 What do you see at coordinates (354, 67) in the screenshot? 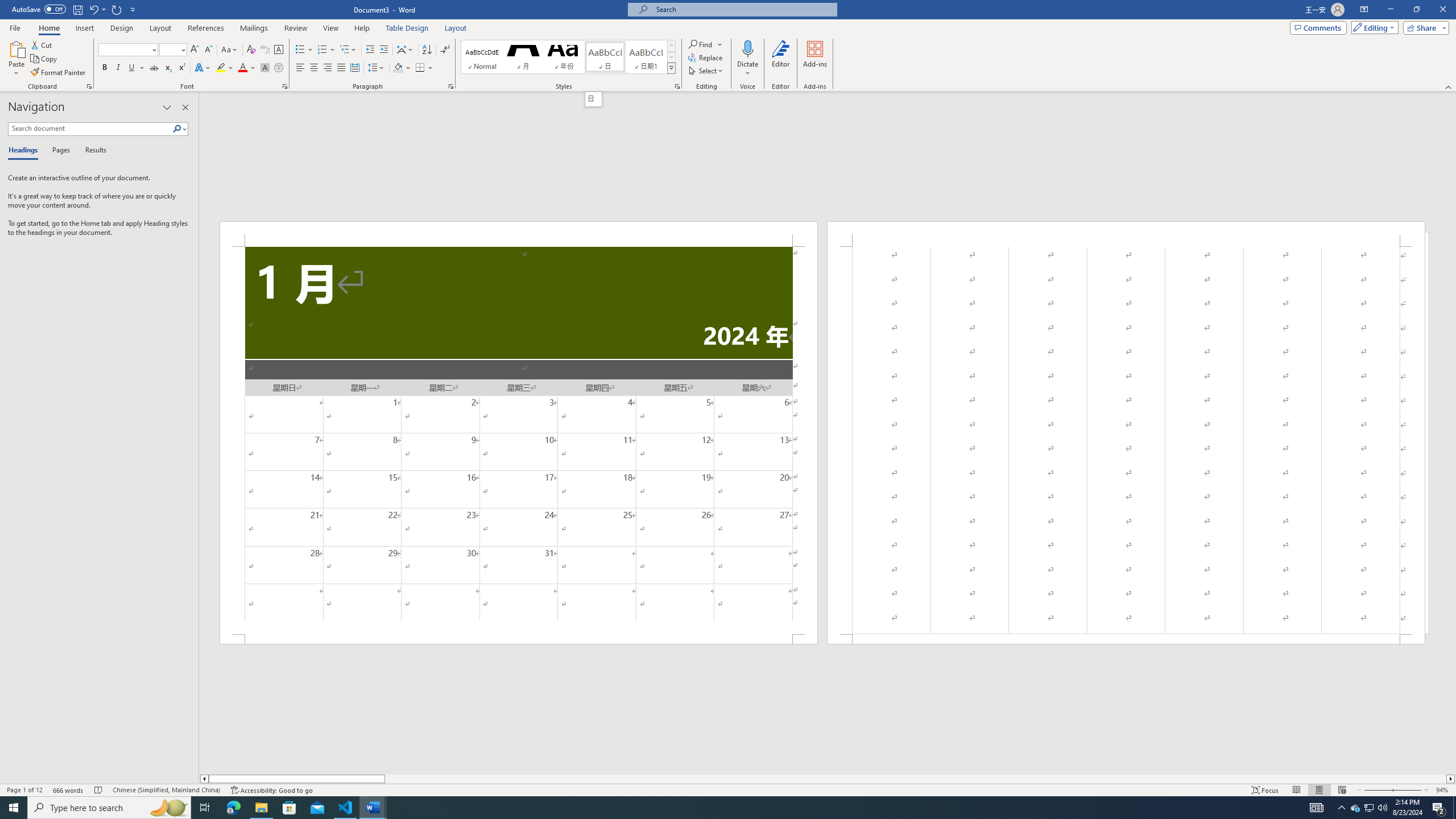
I see `'Distributed'` at bounding box center [354, 67].